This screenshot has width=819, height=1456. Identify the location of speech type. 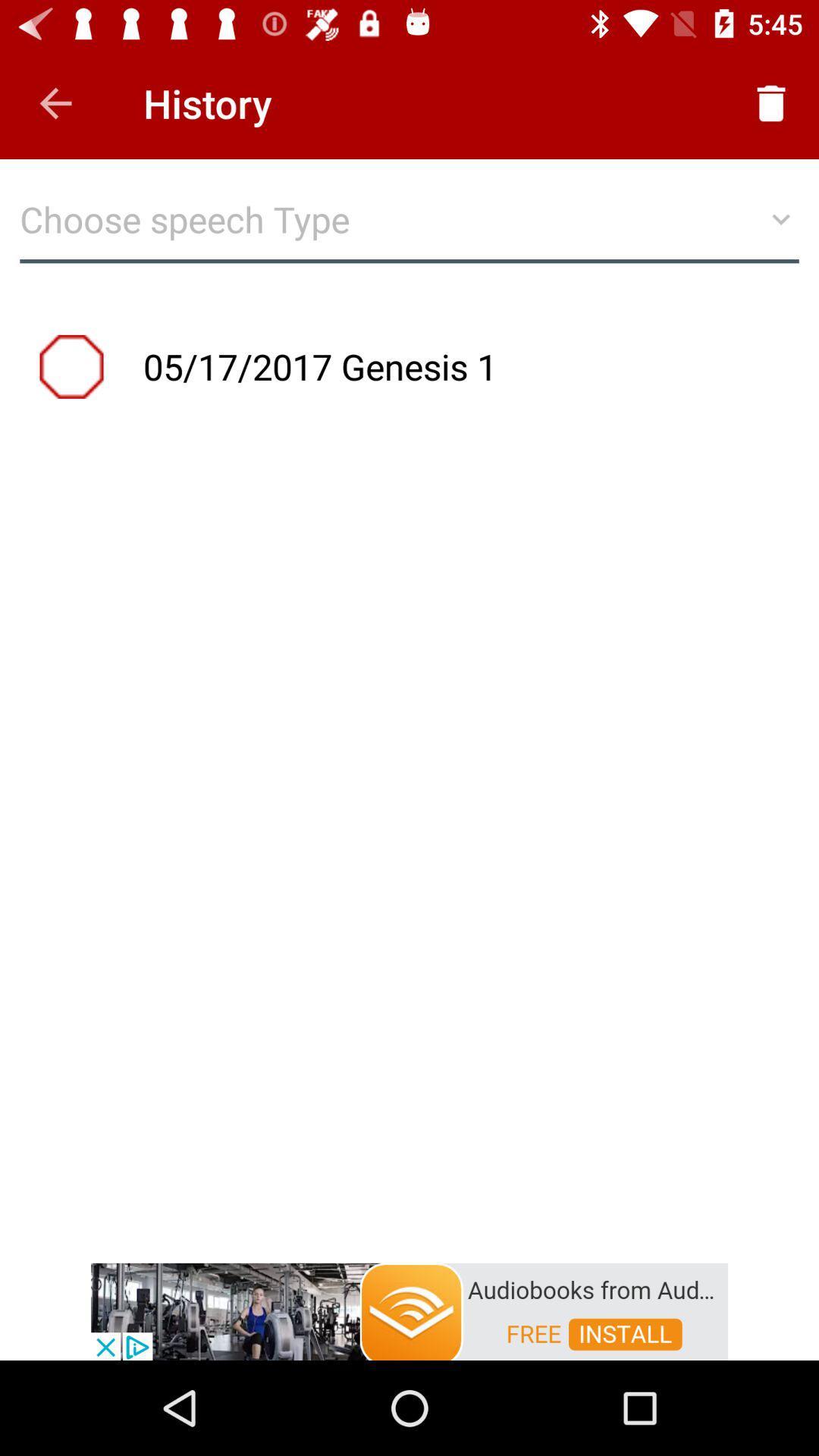
(409, 226).